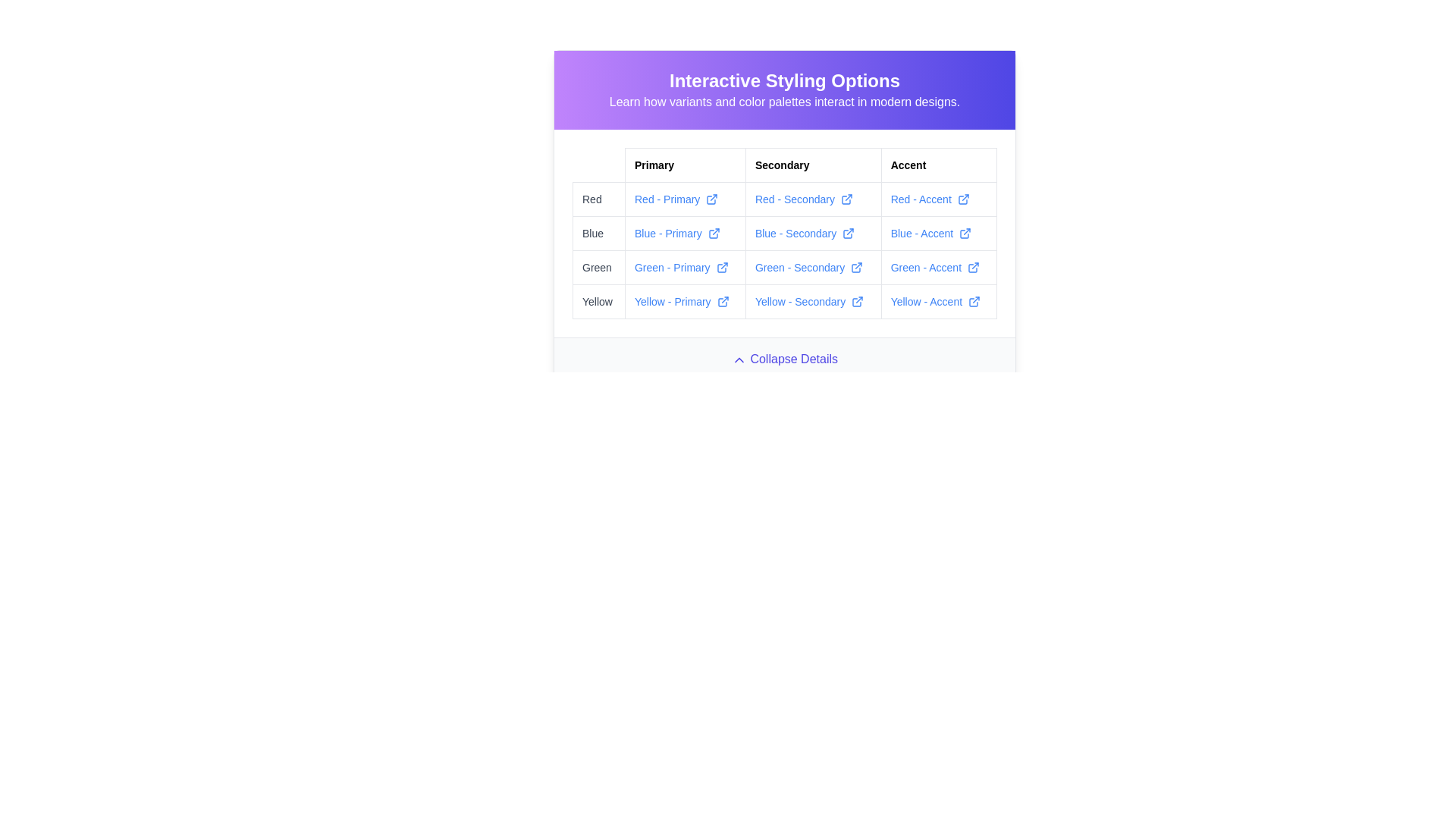 The height and width of the screenshot is (819, 1456). What do you see at coordinates (684, 198) in the screenshot?
I see `the 'Primary' hyperlink with icon in the 'Interactive Styling Options' table` at bounding box center [684, 198].